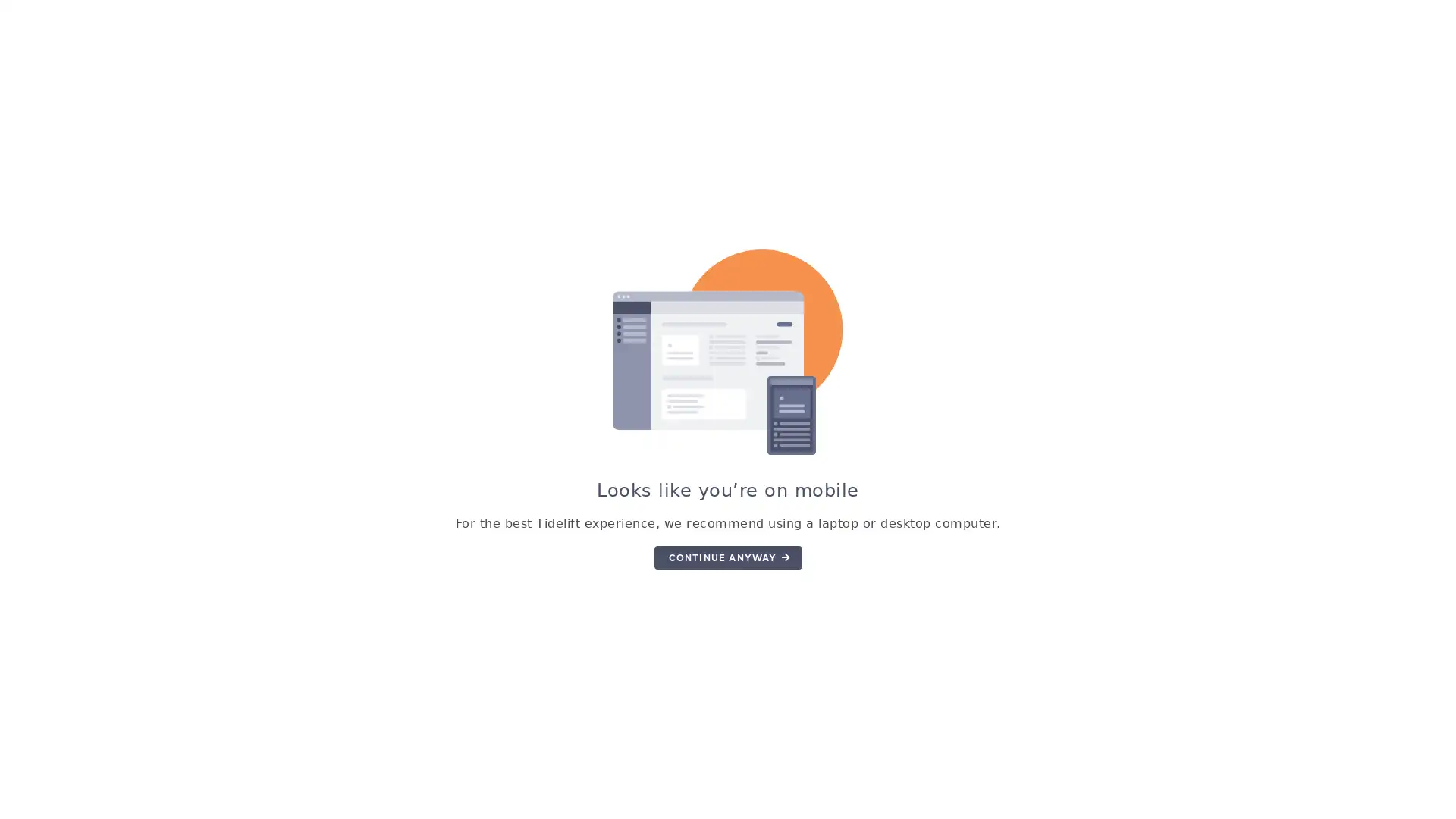 The image size is (1456, 819). Describe the element at coordinates (1125, 32) in the screenshot. I see `GET STARTED` at that location.